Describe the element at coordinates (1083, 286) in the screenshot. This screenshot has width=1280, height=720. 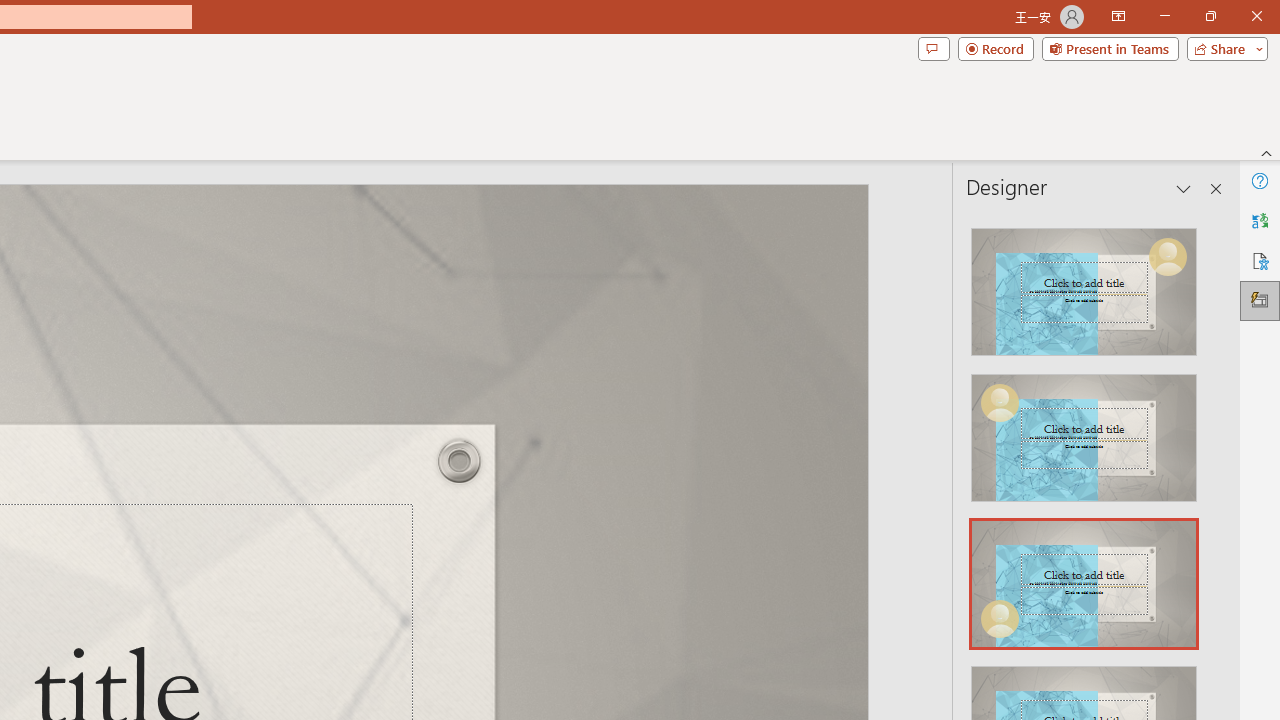
I see `'Recommended Design: Design Idea'` at that location.